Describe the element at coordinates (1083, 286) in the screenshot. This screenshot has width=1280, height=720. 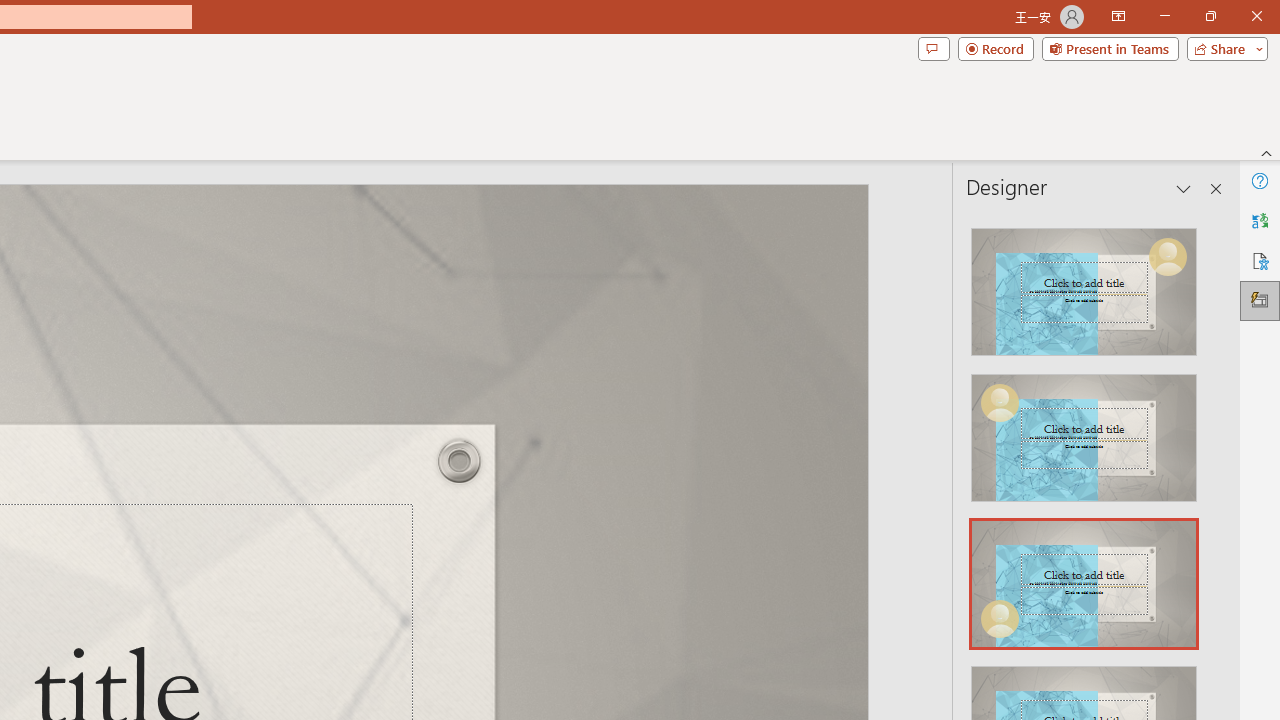
I see `'Recommended Design: Design Idea'` at that location.